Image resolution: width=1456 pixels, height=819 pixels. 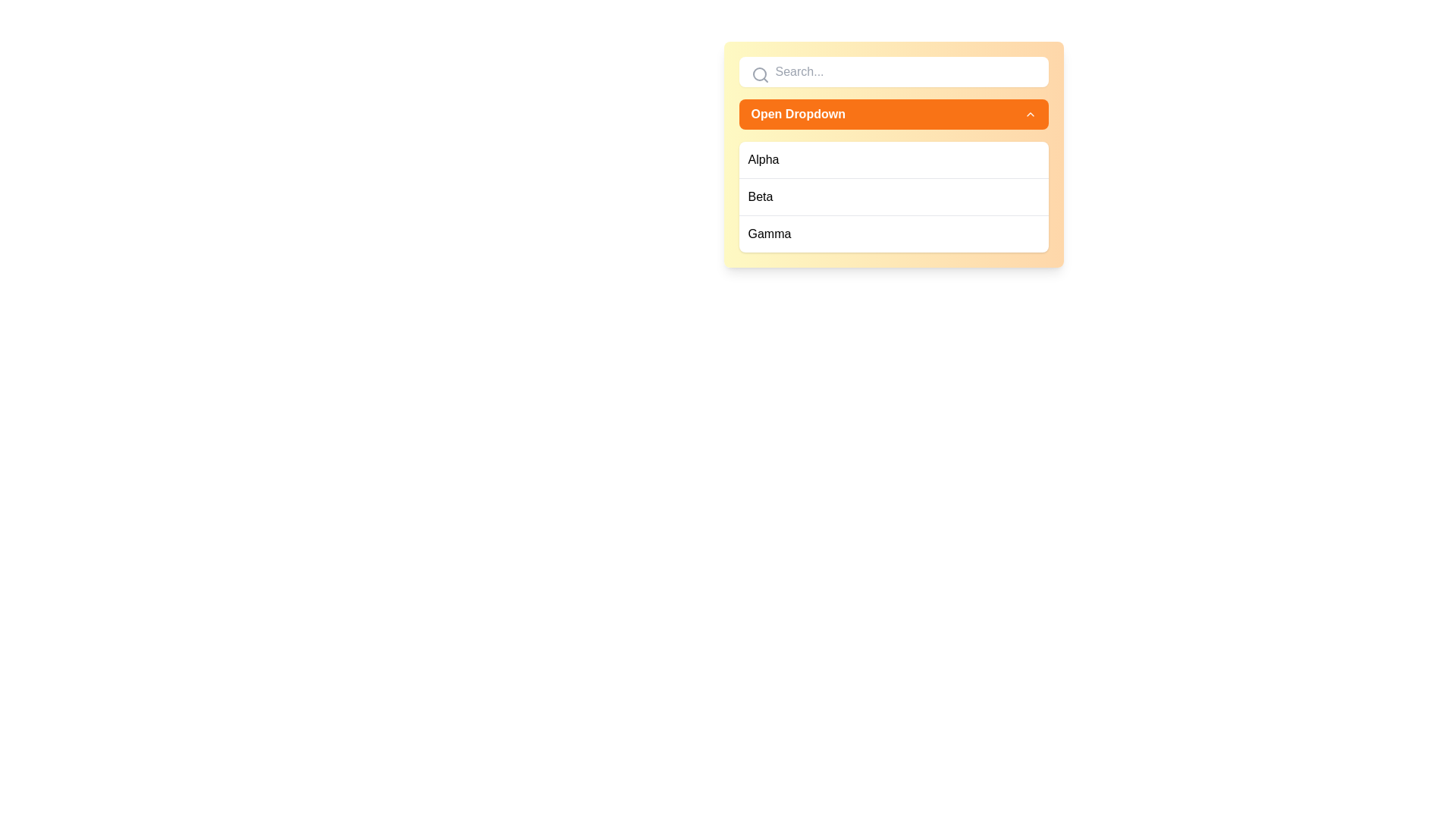 What do you see at coordinates (761, 196) in the screenshot?
I see `the second list item in the dropdown menu, located between 'Alpha' and 'Gamma'` at bounding box center [761, 196].